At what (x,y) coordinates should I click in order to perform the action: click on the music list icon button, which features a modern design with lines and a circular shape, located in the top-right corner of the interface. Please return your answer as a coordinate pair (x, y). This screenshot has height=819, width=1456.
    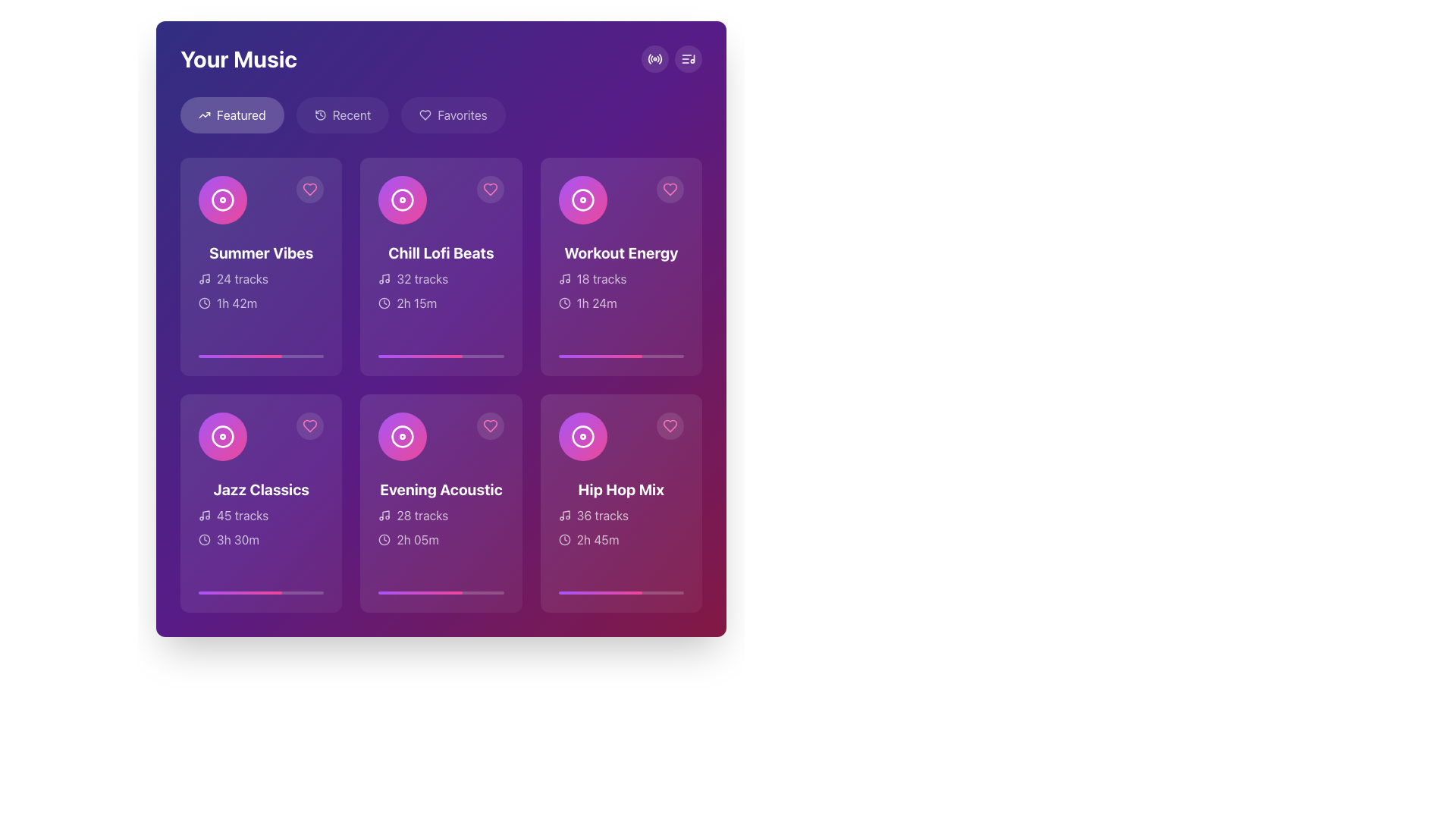
    Looking at the image, I should click on (687, 58).